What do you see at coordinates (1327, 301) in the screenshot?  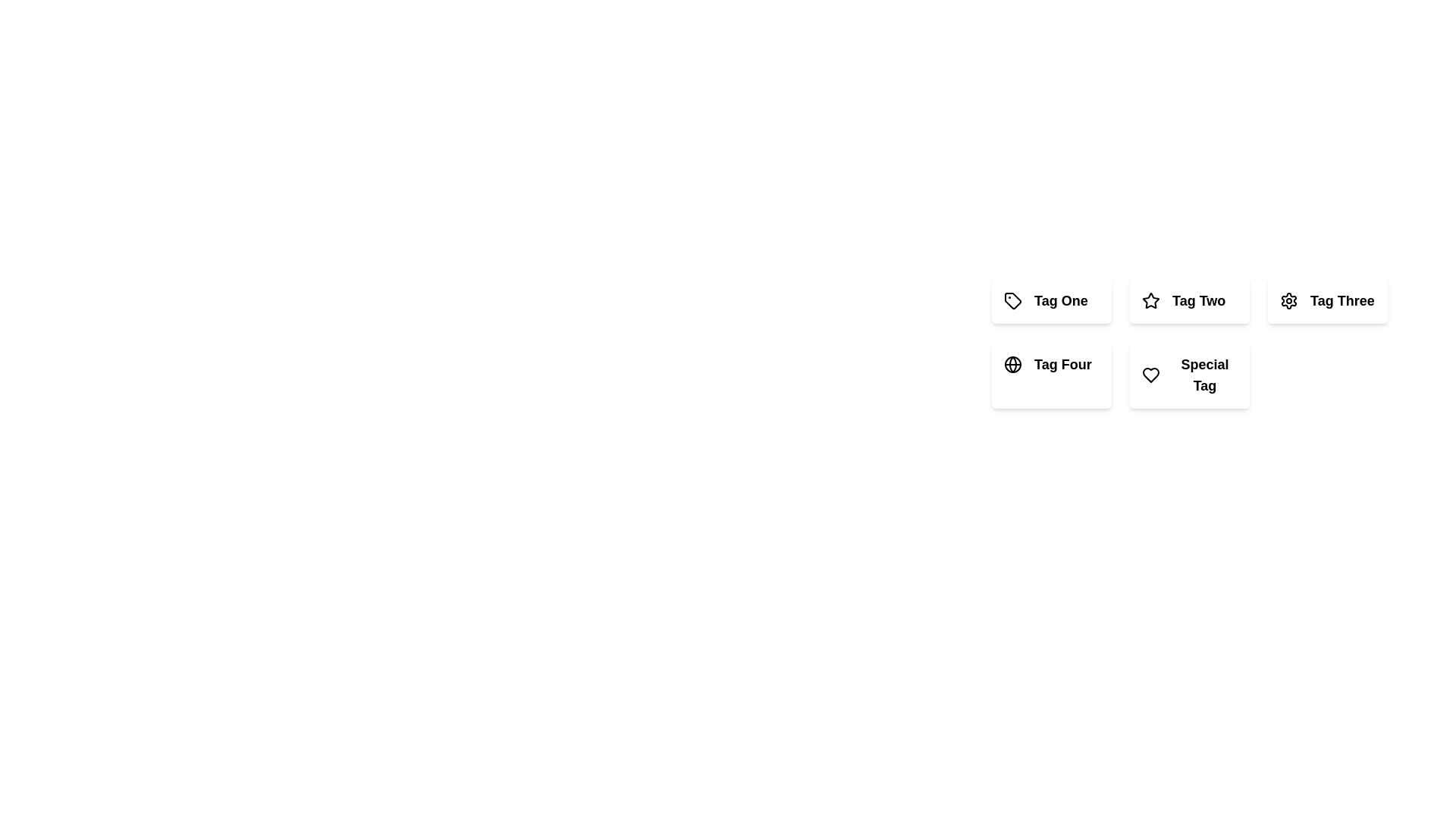 I see `the Card-style button labeled 'Tag Three' with a gear icon on the left, which is the third item in the top row of the grid layout` at bounding box center [1327, 301].